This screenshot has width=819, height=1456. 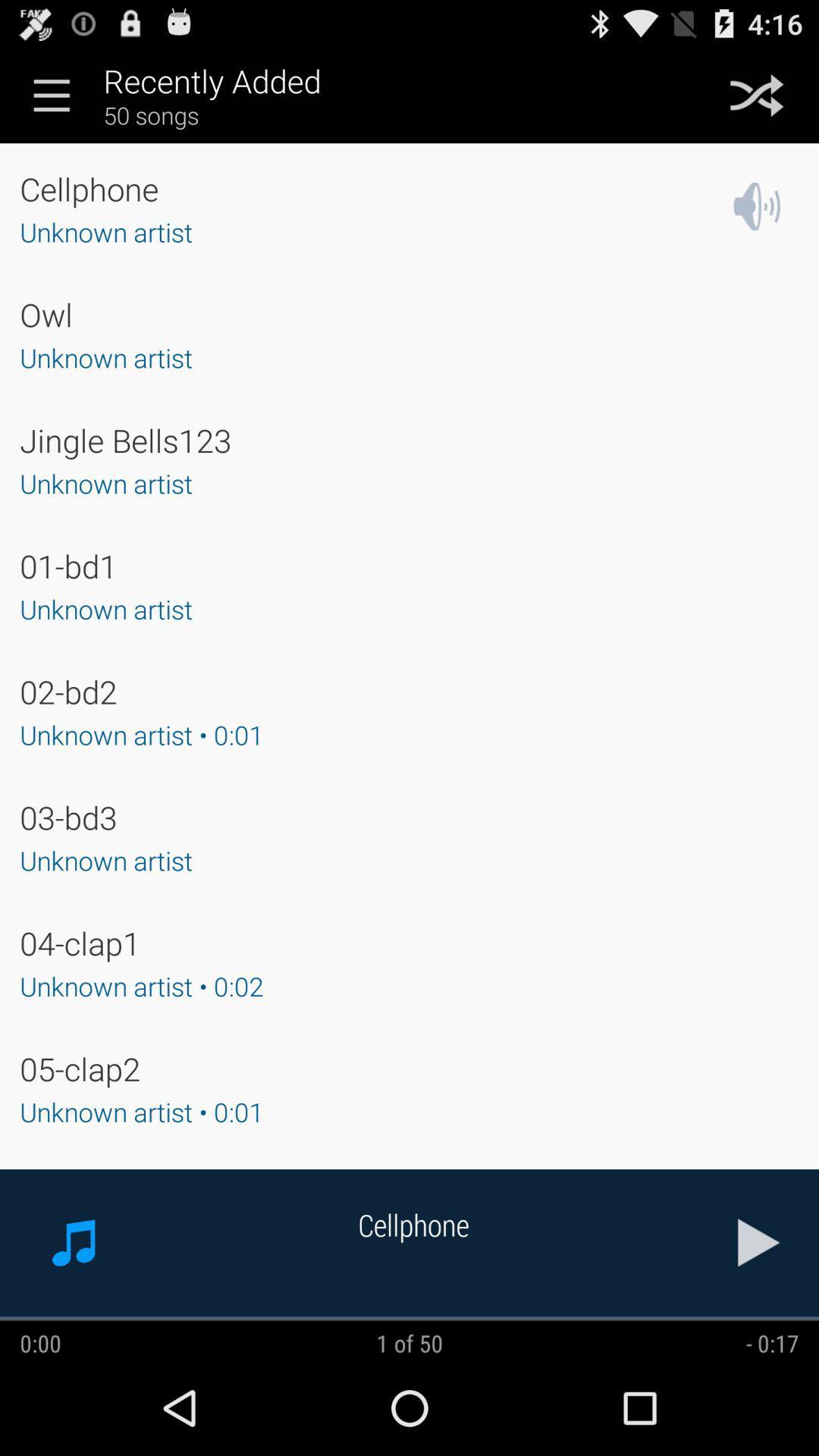 What do you see at coordinates (51, 94) in the screenshot?
I see `the item to the left of recently added icon` at bounding box center [51, 94].